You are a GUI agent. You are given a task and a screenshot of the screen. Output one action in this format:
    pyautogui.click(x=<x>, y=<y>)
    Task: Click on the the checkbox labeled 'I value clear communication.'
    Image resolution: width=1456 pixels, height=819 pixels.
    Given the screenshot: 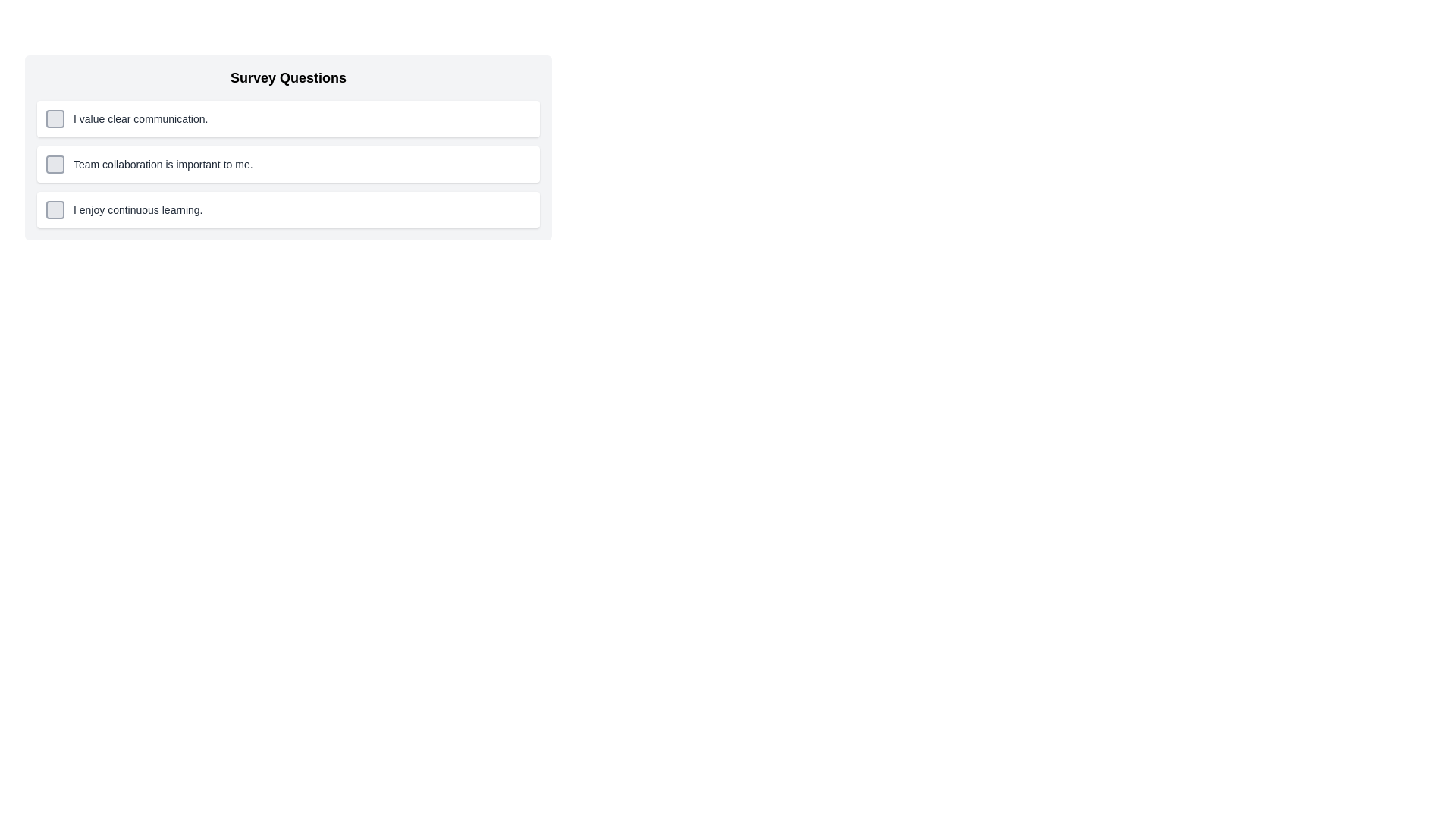 What is the action you would take?
    pyautogui.click(x=288, y=118)
    